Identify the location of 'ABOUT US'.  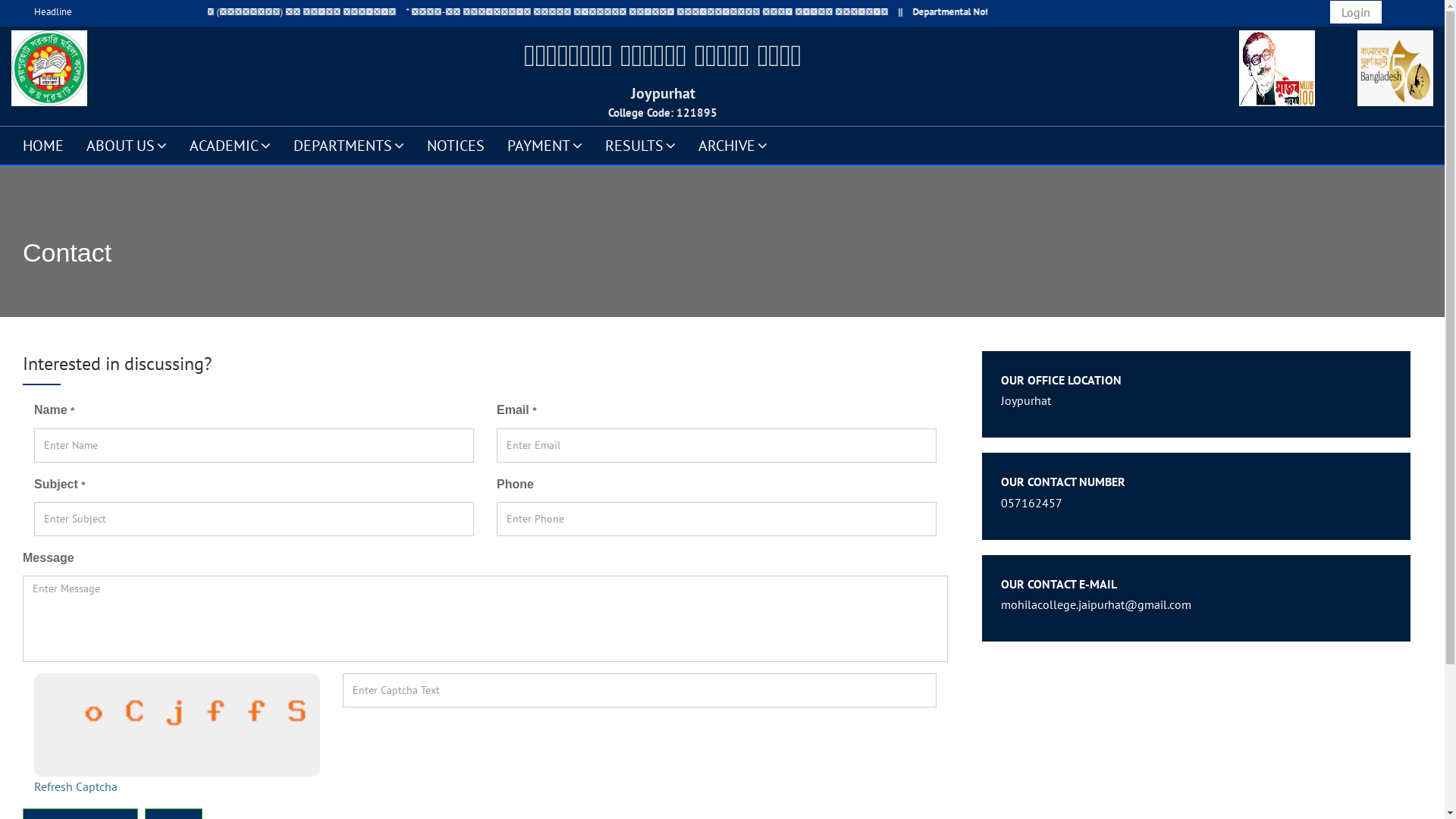
(127, 145).